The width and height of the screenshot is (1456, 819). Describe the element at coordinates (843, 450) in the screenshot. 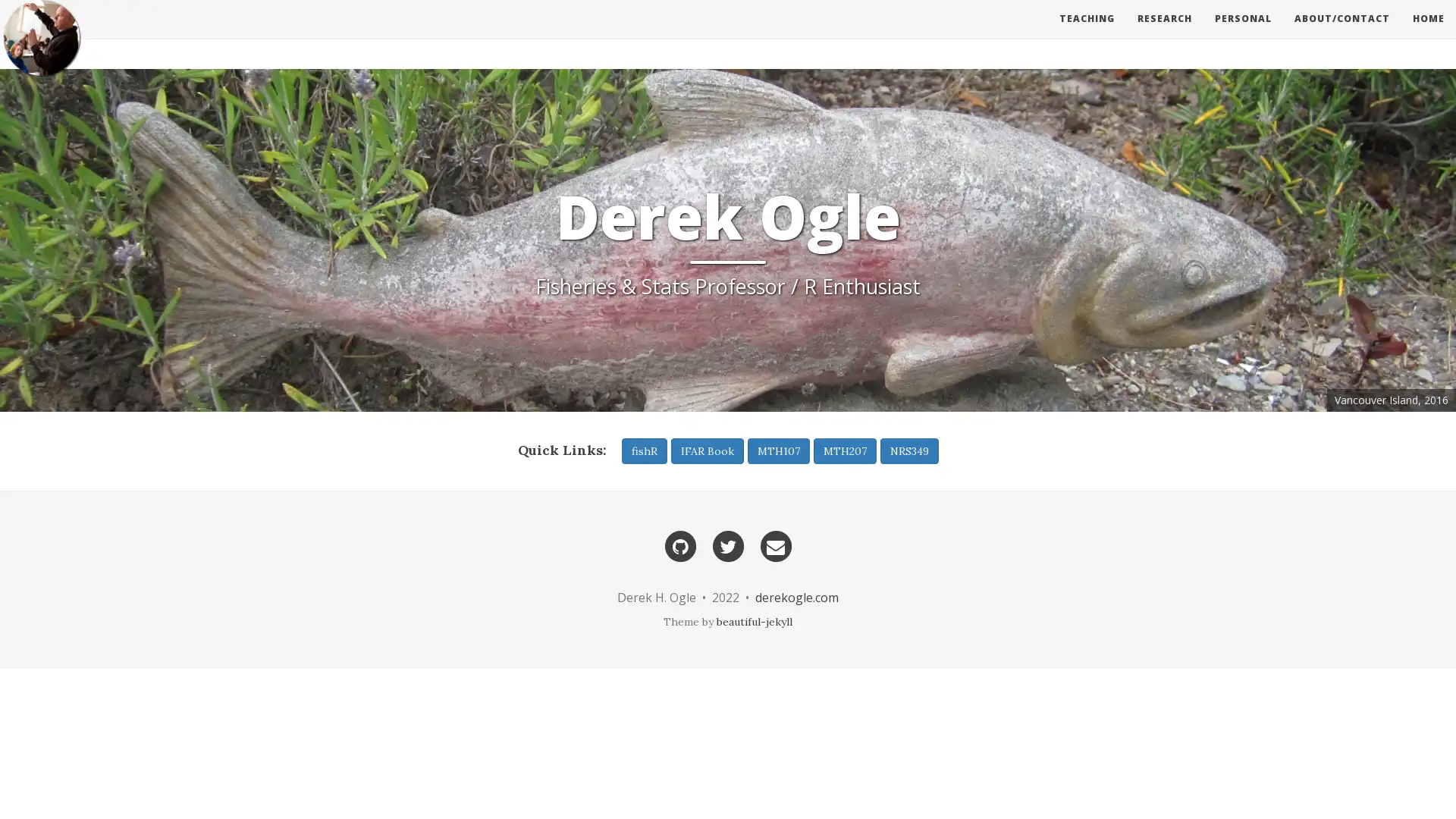

I see `MTH207` at that location.